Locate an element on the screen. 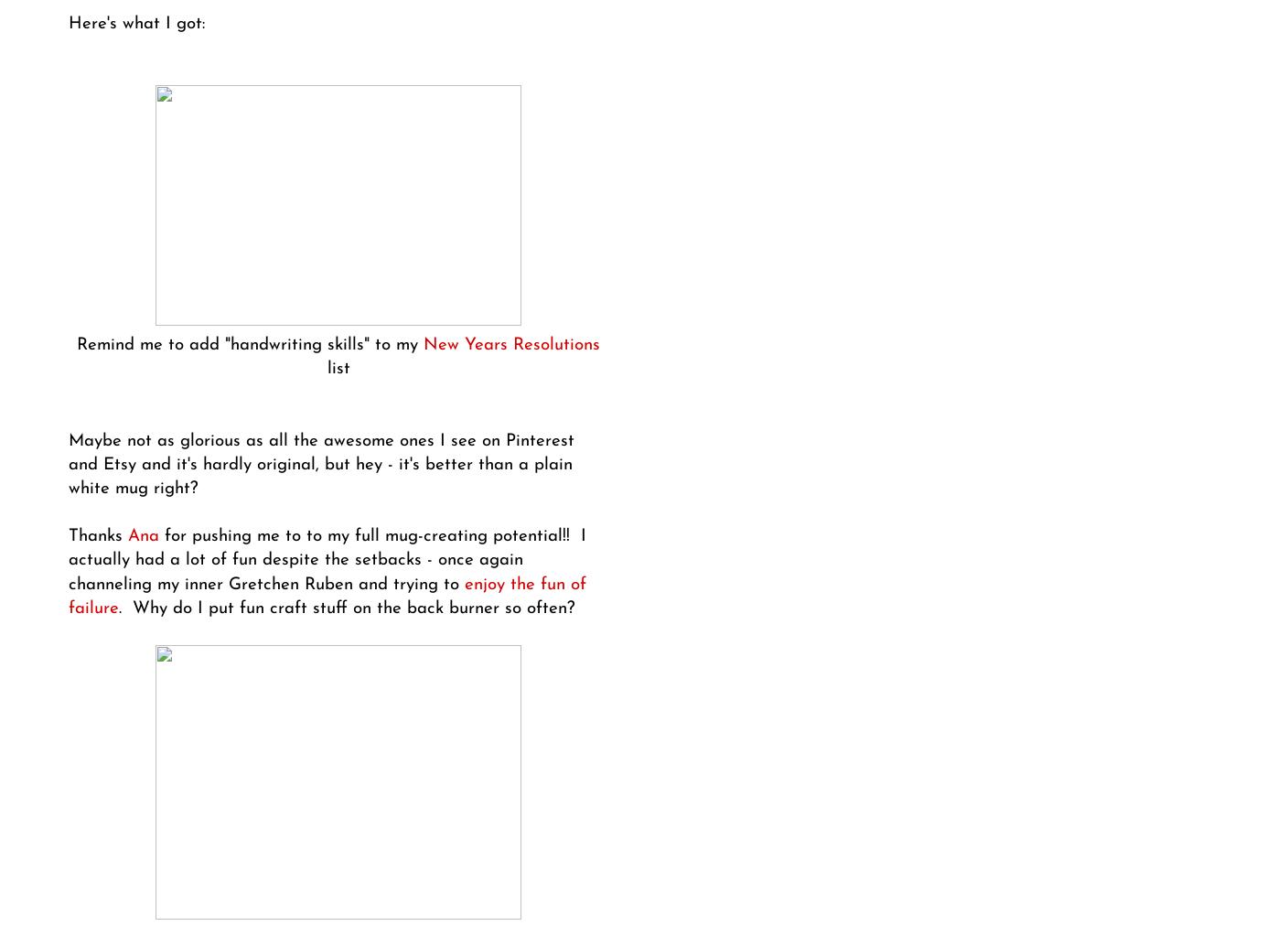 Image resolution: width=1288 pixels, height=926 pixels. '.  Why do I put fun craft stuff on the back burner so often?' is located at coordinates (346, 608).